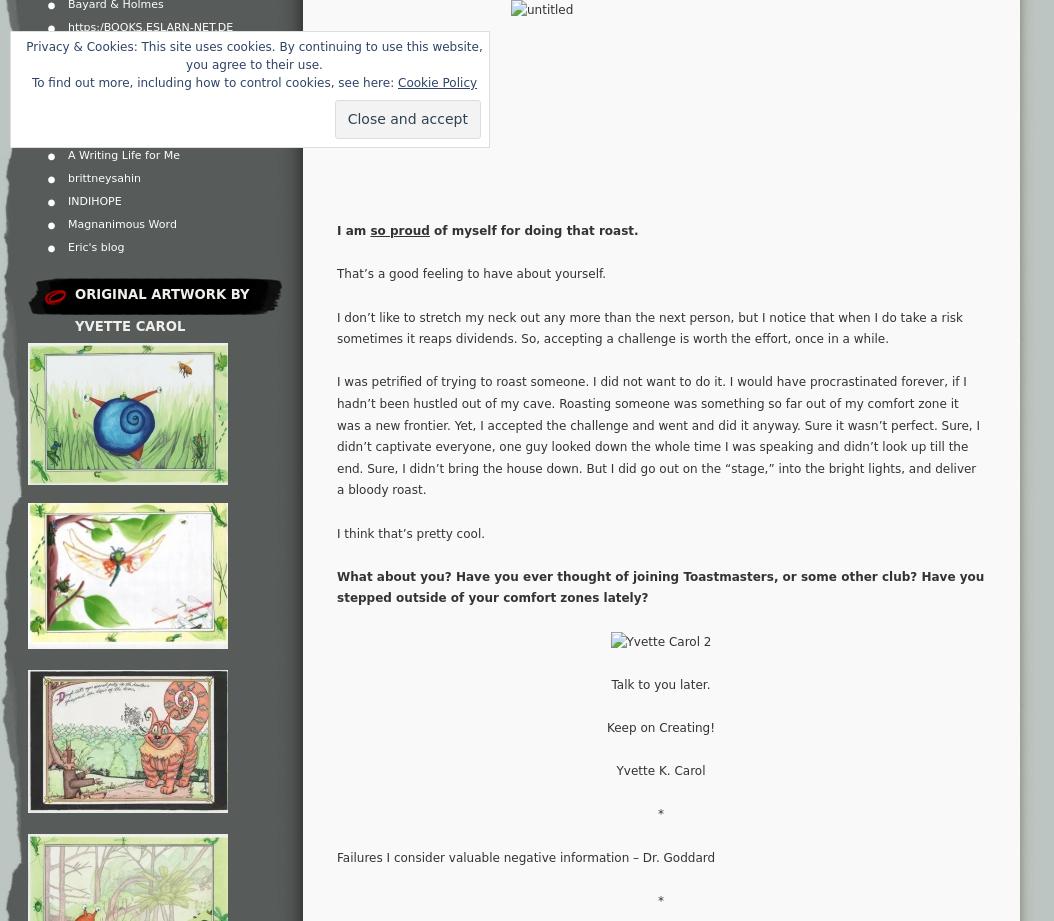 The image size is (1054, 921). Describe the element at coordinates (150, 27) in the screenshot. I see `'https:/BOOKS.ESLARN-NET.DE'` at that location.